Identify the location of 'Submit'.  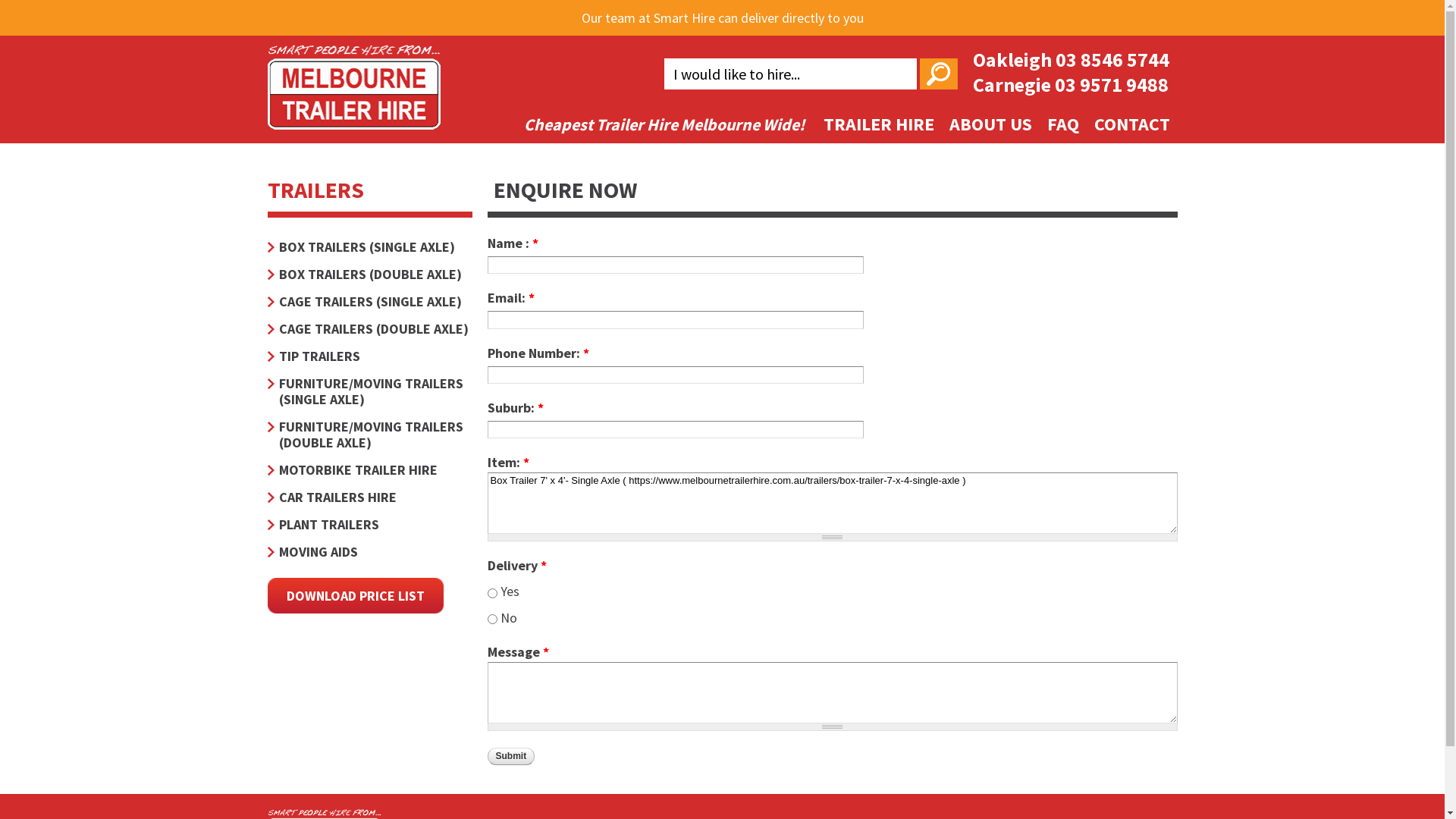
(510, 756).